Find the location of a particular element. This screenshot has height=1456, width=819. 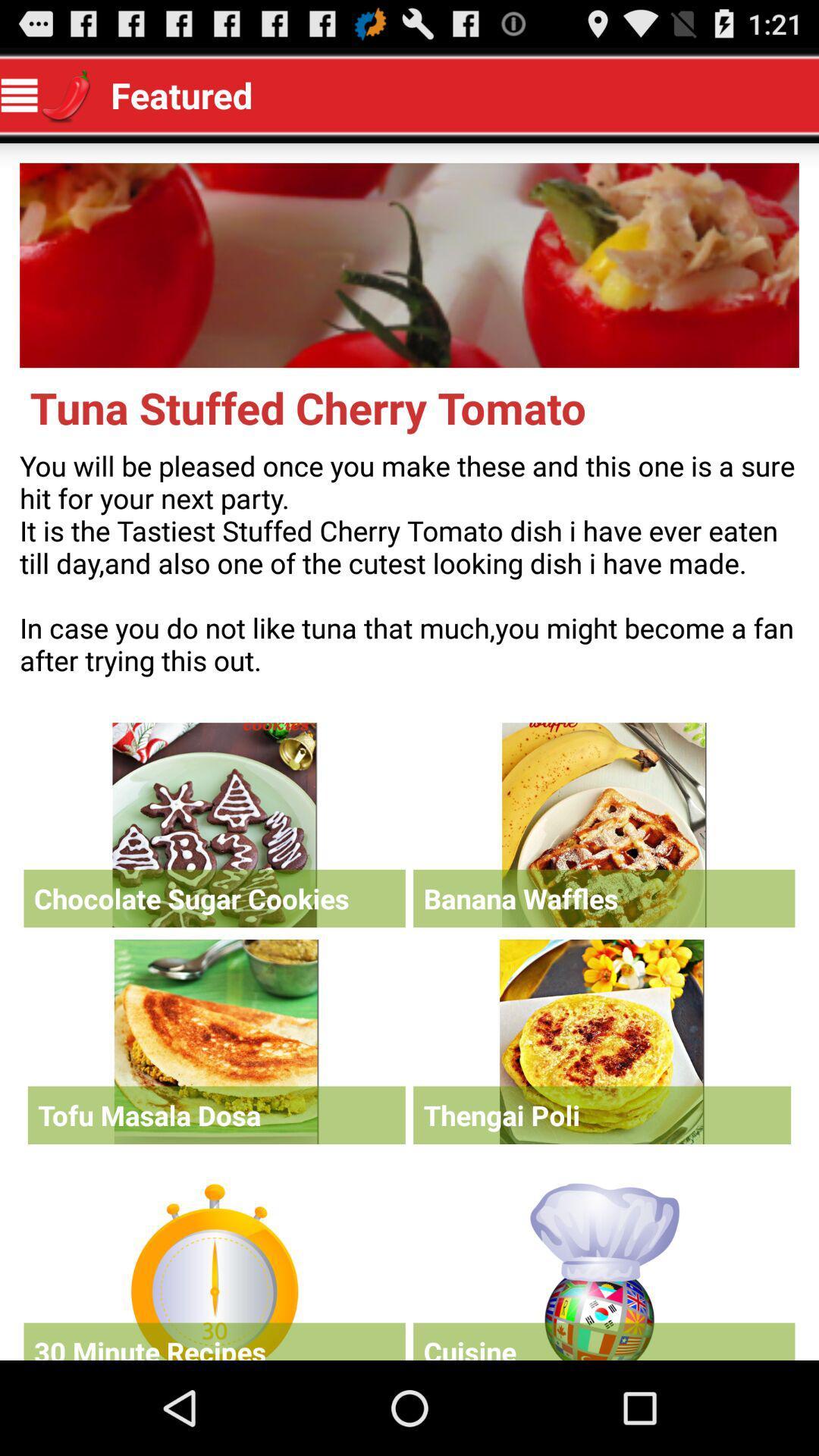

recipe is located at coordinates (603, 824).